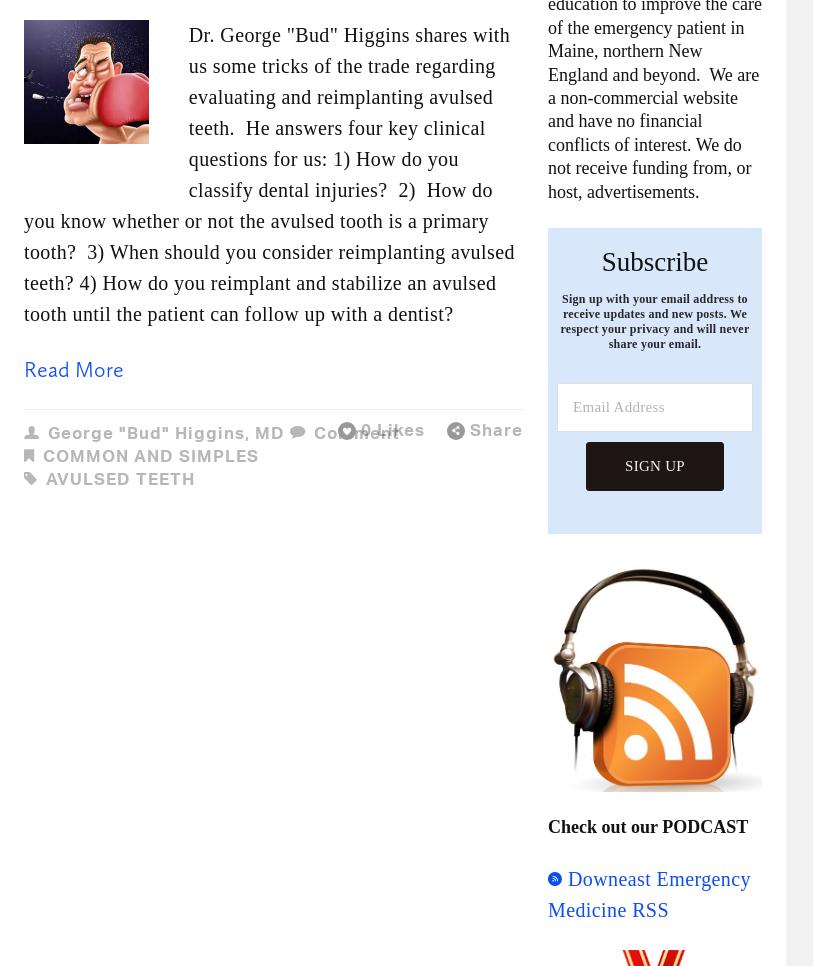  I want to click on 'Dr. George "Bud" Higgins shares with us some tricks of the trade regarding evaluating and reimplanting avulsed teeth.  He answers four key clinical questions for us: 1) How do you classify dental injuries?  2)  How do you know whether or not the avulsed tooth is a primary tooth?  3) When should you consider reimplanting avulsed teeth? 4) How do you reimplant and stabilize an avulsed tooth until the patient can follow up with a dentist?', so click(268, 172).